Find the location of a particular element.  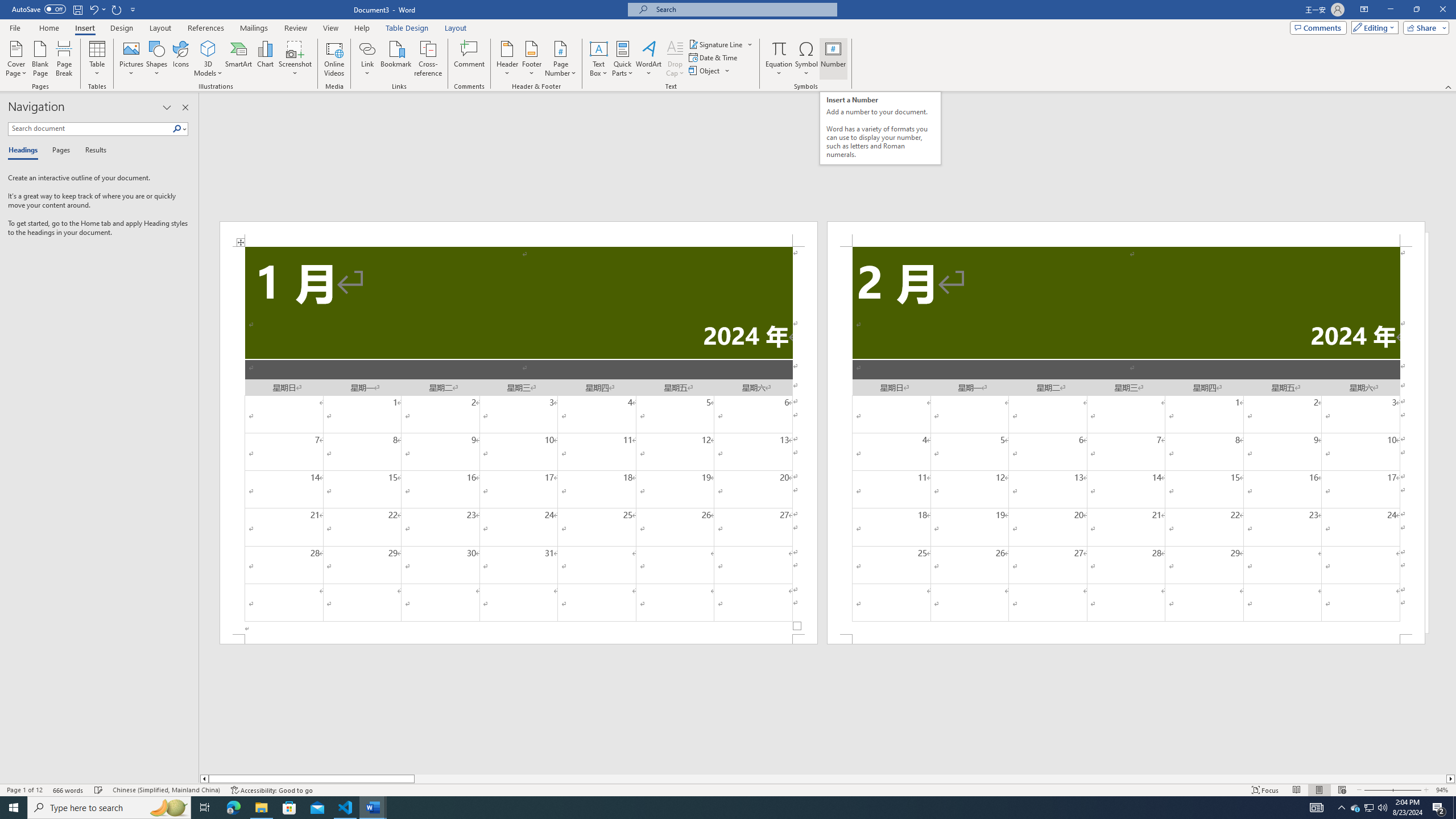

'Equation' is located at coordinates (779, 59).